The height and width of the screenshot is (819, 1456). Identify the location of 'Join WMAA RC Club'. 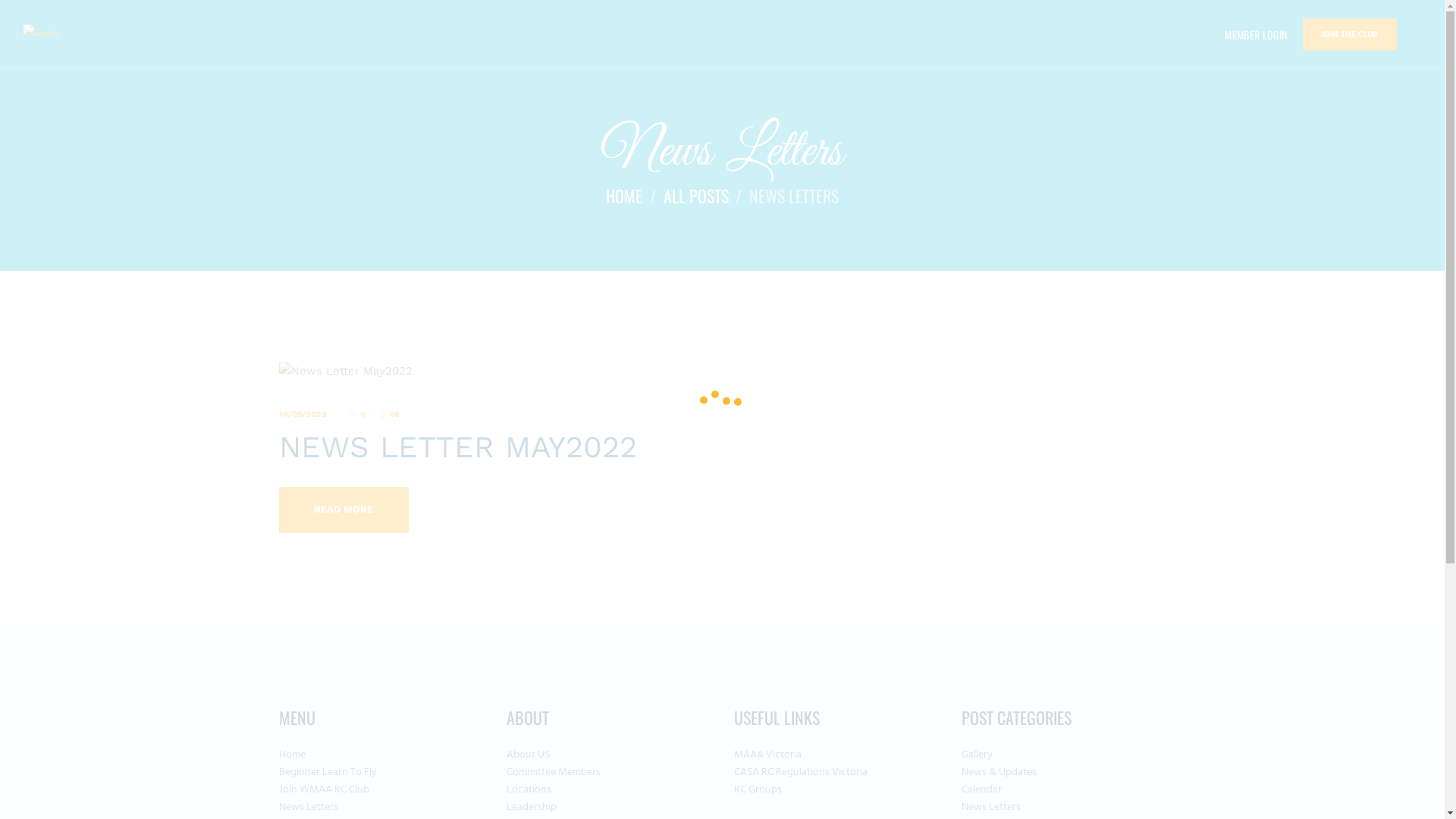
(279, 789).